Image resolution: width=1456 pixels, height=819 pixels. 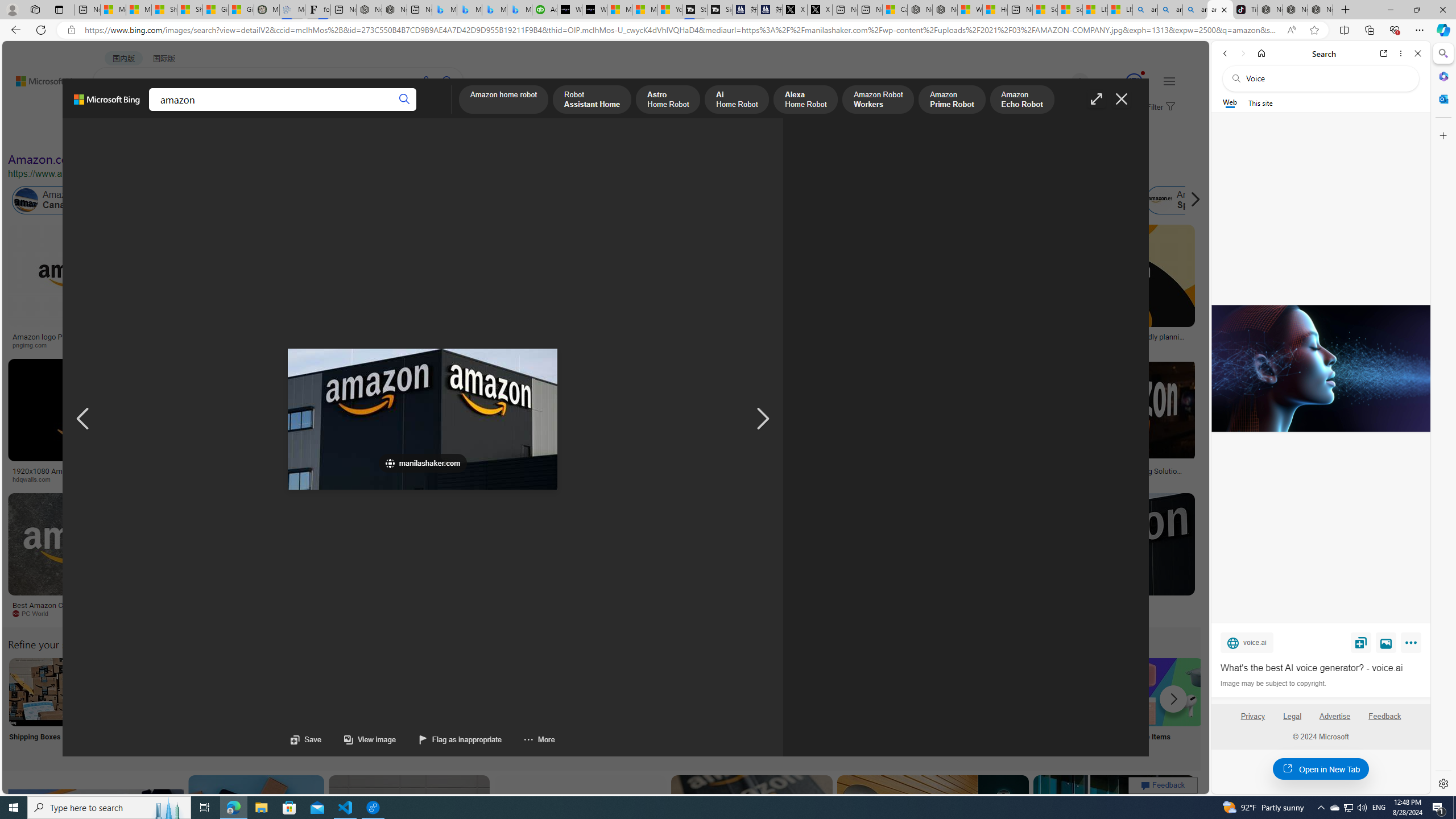 What do you see at coordinates (173, 135) in the screenshot?
I see `'Color'` at bounding box center [173, 135].